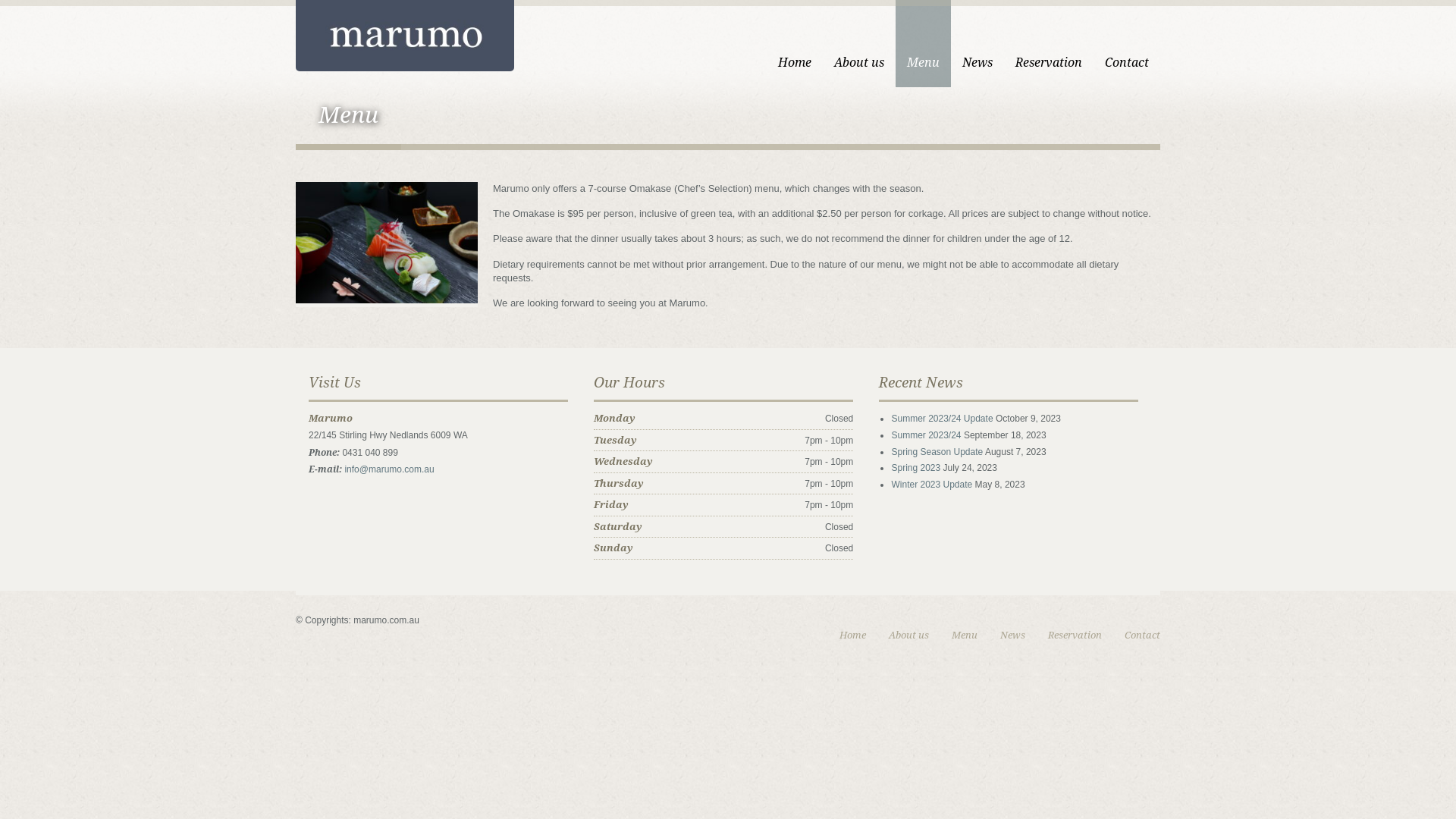  What do you see at coordinates (924, 435) in the screenshot?
I see `'Summer 2023/24'` at bounding box center [924, 435].